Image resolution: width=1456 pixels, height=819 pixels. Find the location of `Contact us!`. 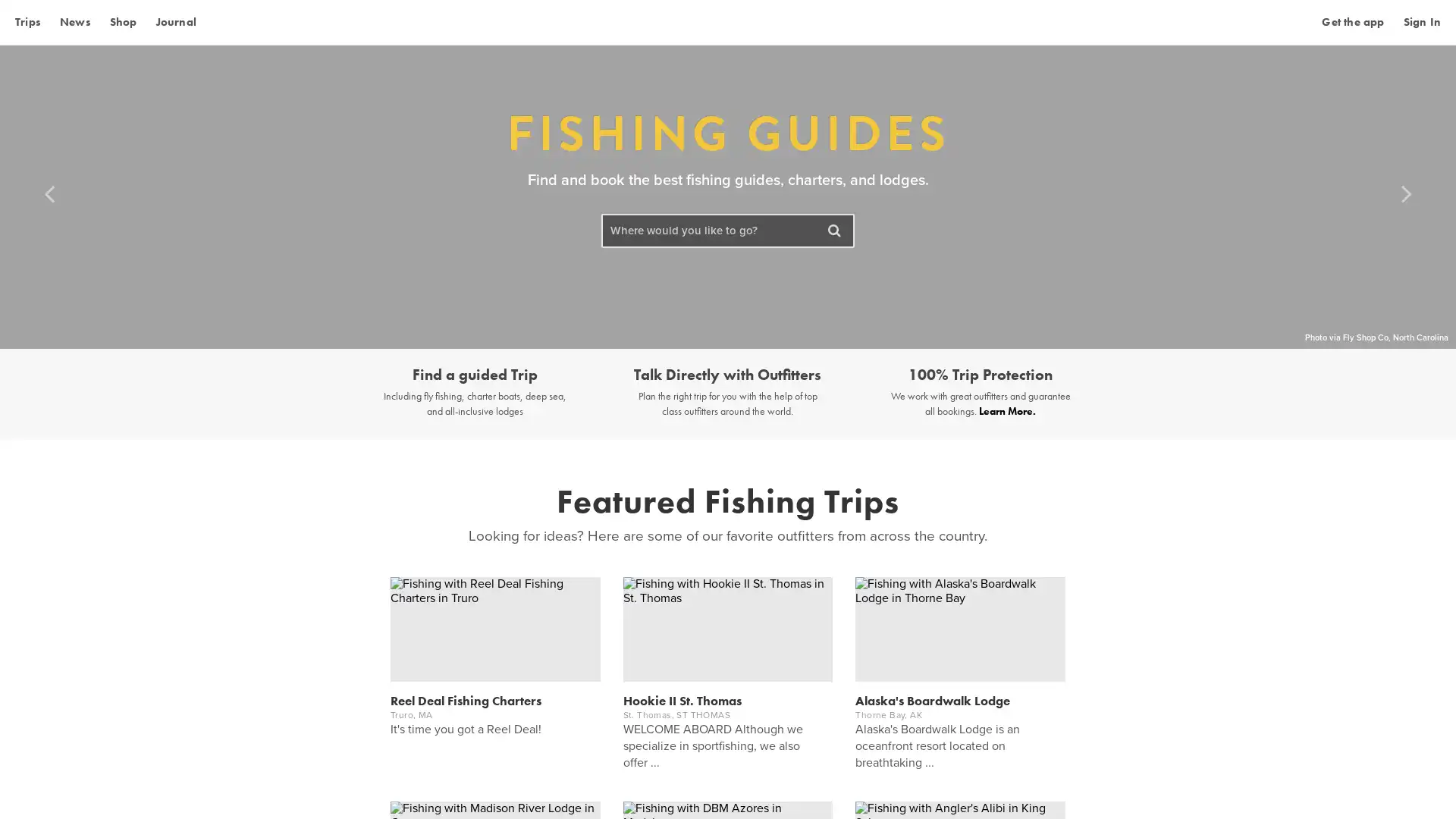

Contact us! is located at coordinates (1379, 784).